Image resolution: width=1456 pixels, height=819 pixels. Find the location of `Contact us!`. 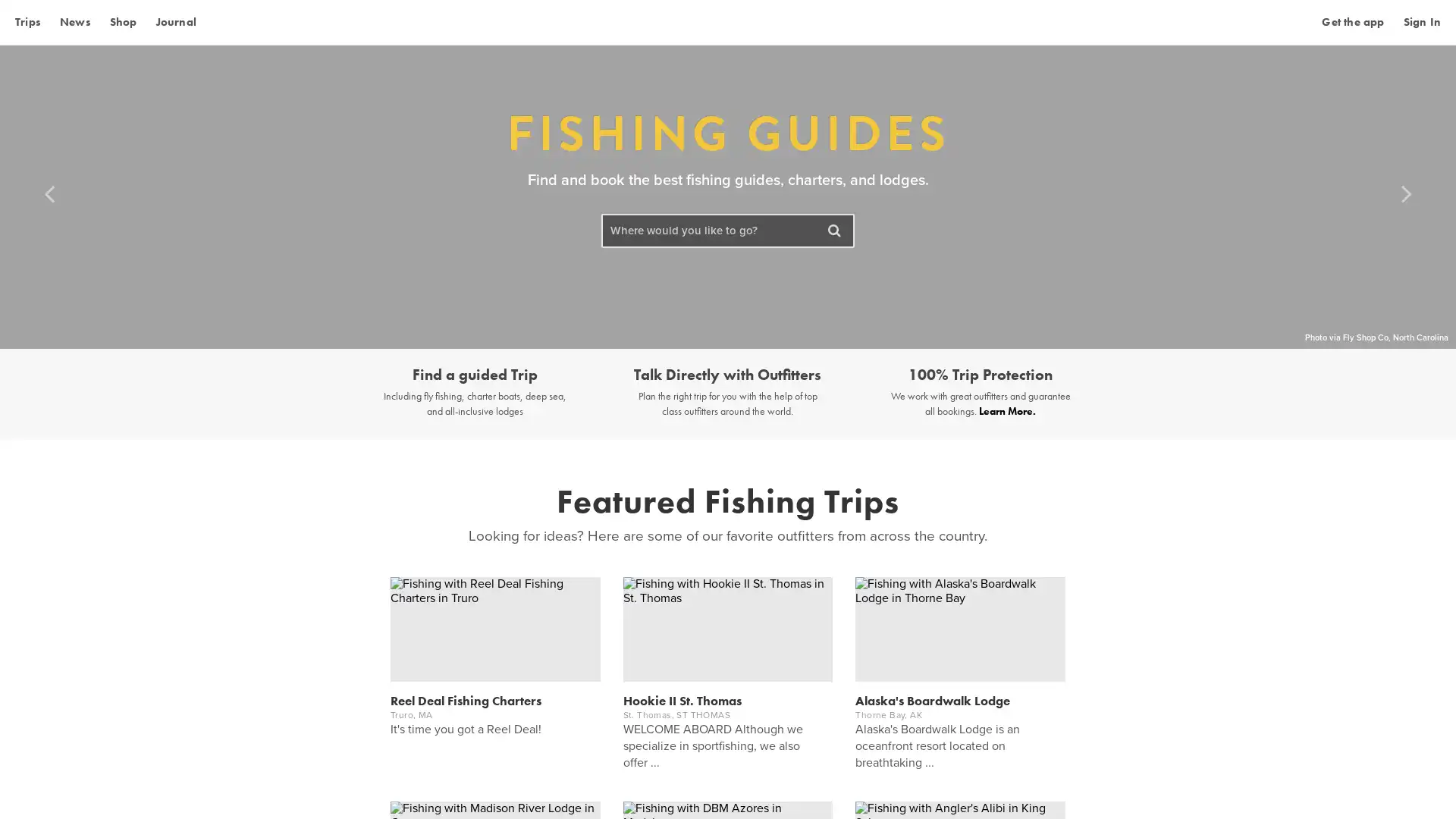

Contact us! is located at coordinates (1379, 784).